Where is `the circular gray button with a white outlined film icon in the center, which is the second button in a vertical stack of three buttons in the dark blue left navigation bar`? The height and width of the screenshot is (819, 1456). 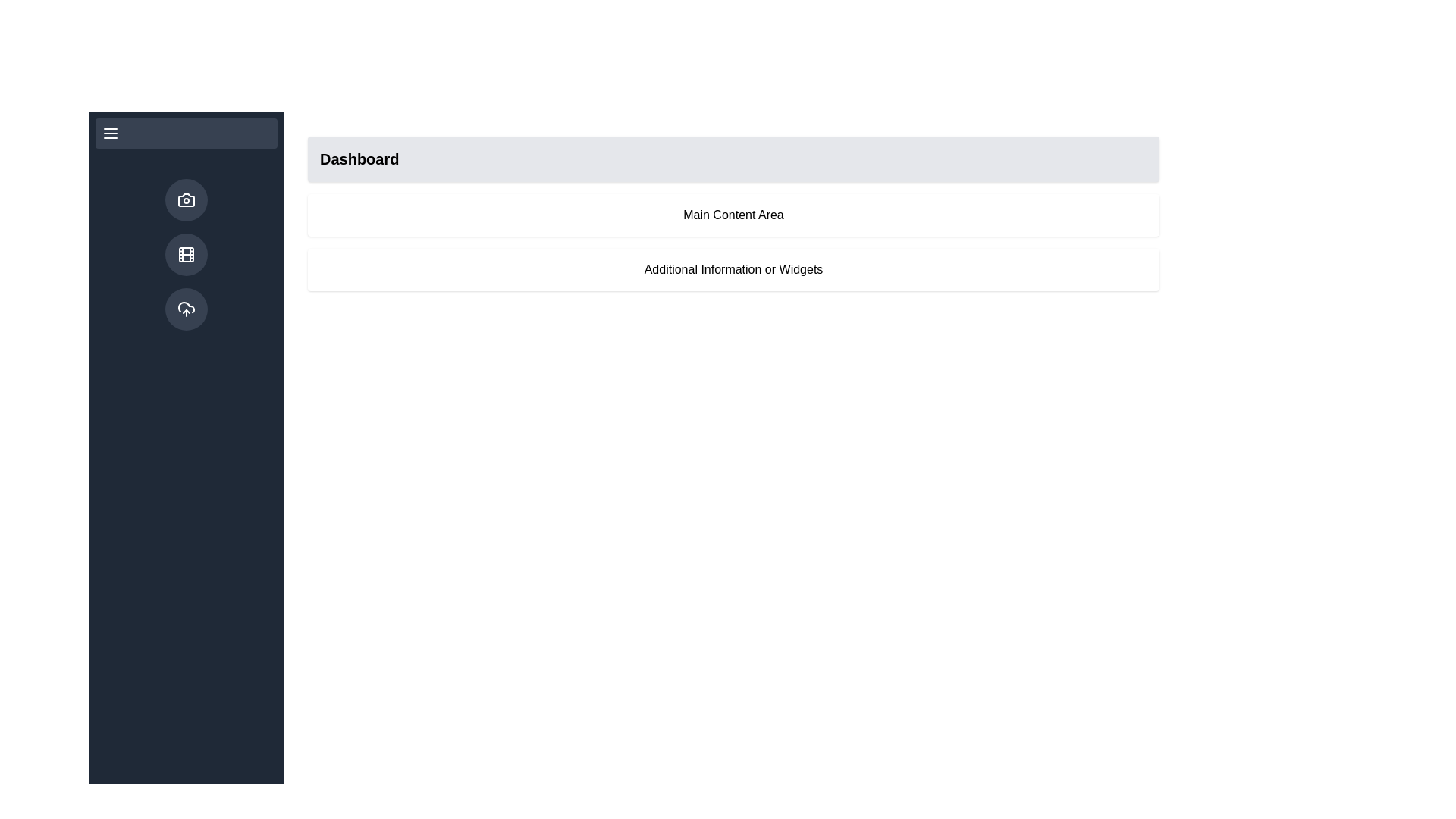 the circular gray button with a white outlined film icon in the center, which is the second button in a vertical stack of three buttons in the dark blue left navigation bar is located at coordinates (185, 253).